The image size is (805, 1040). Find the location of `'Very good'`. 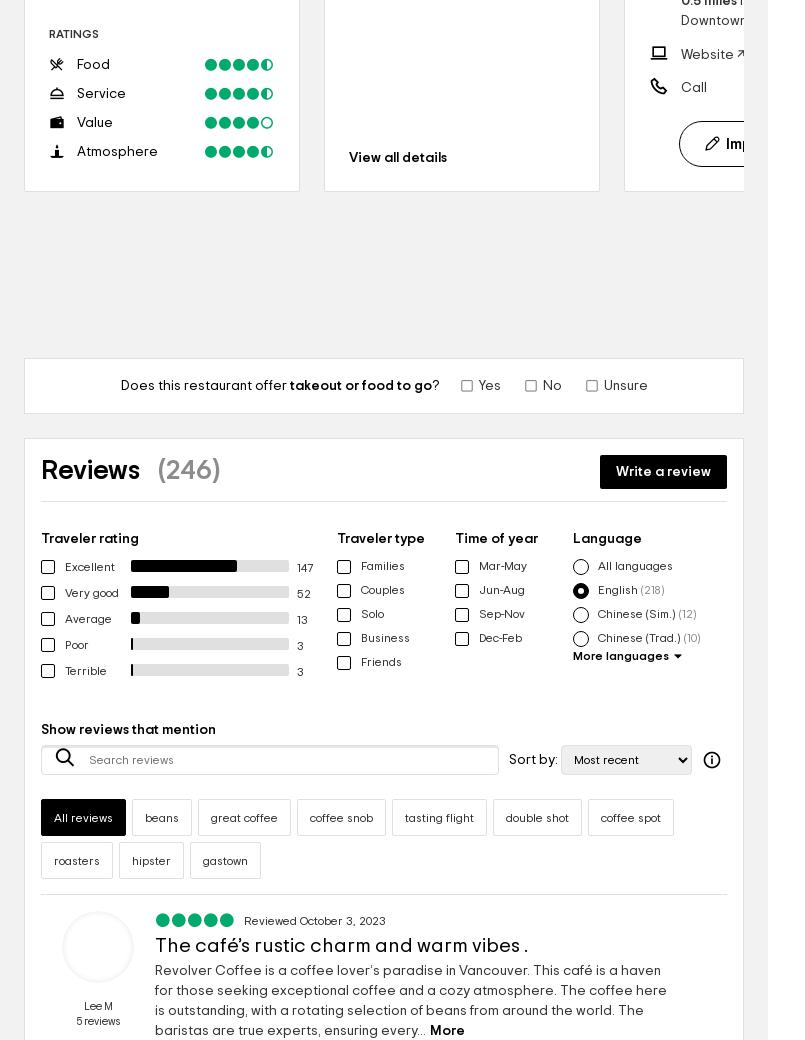

'Very good' is located at coordinates (91, 592).